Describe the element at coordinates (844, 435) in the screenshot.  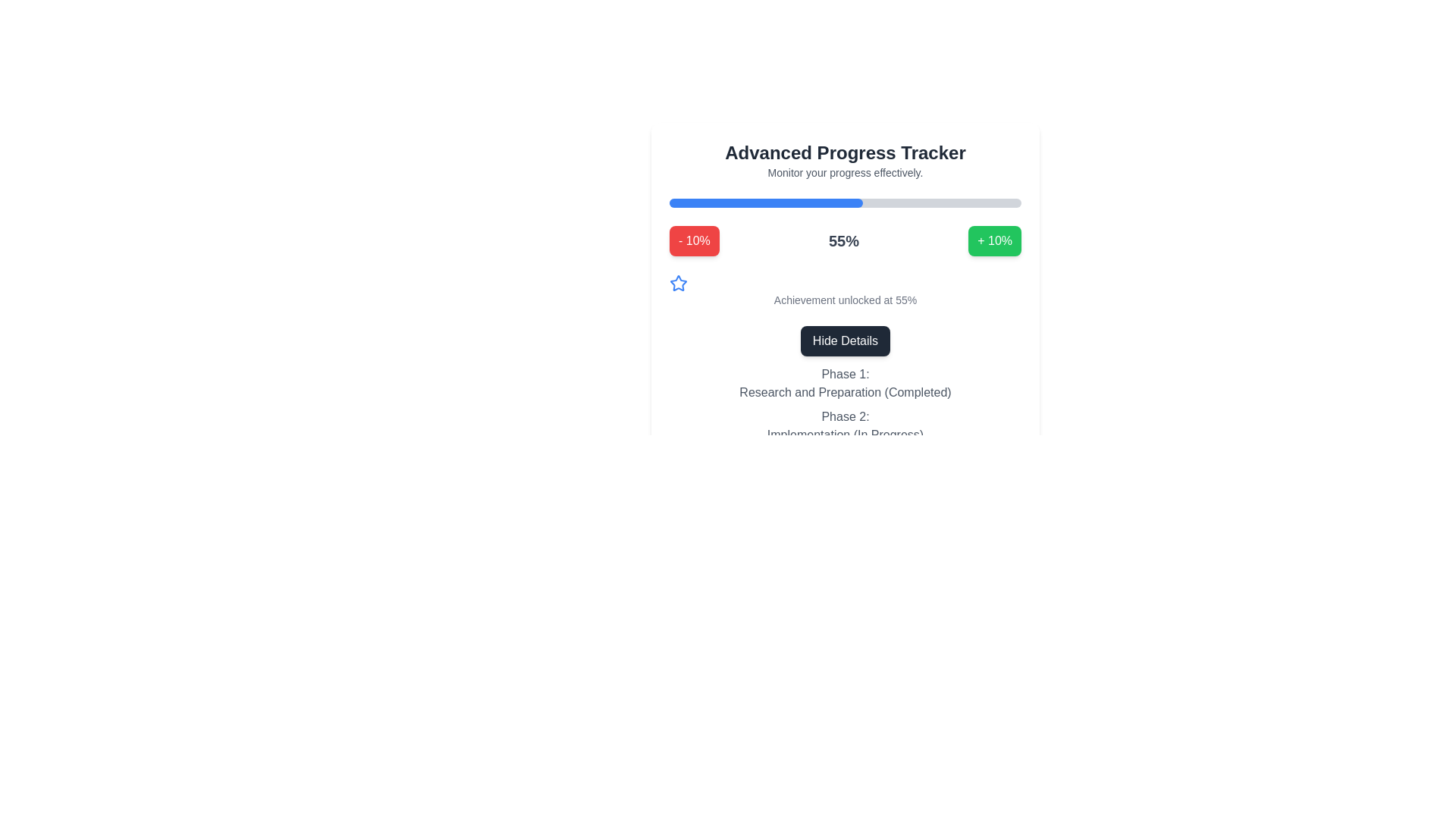
I see `the text label that reads 'Implementation (In Progress)', located immediately below the heading 'Phase 2:', to check for interactive behavior` at that location.